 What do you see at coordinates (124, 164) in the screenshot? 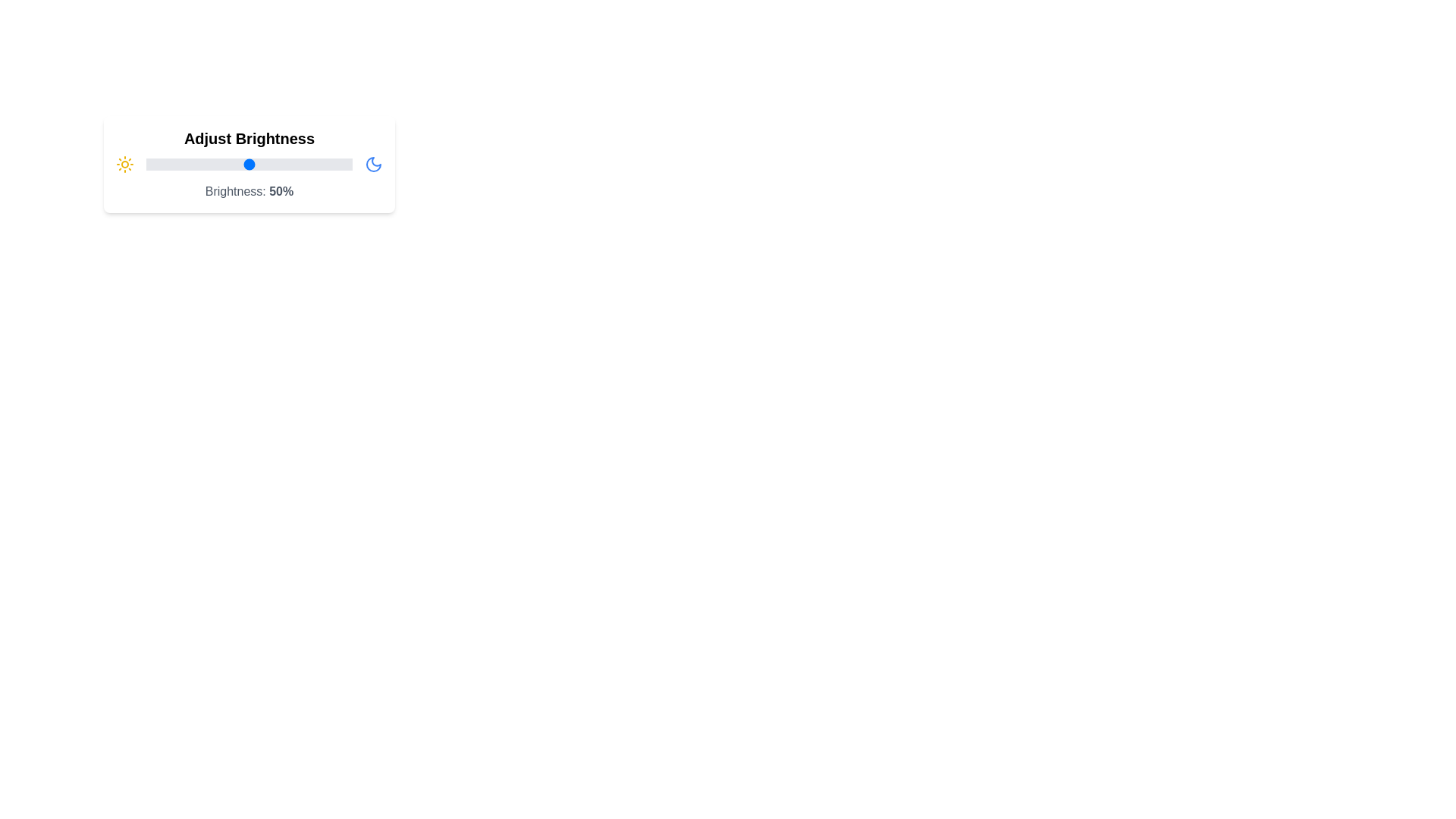
I see `the sun icon to explore its functionality` at bounding box center [124, 164].